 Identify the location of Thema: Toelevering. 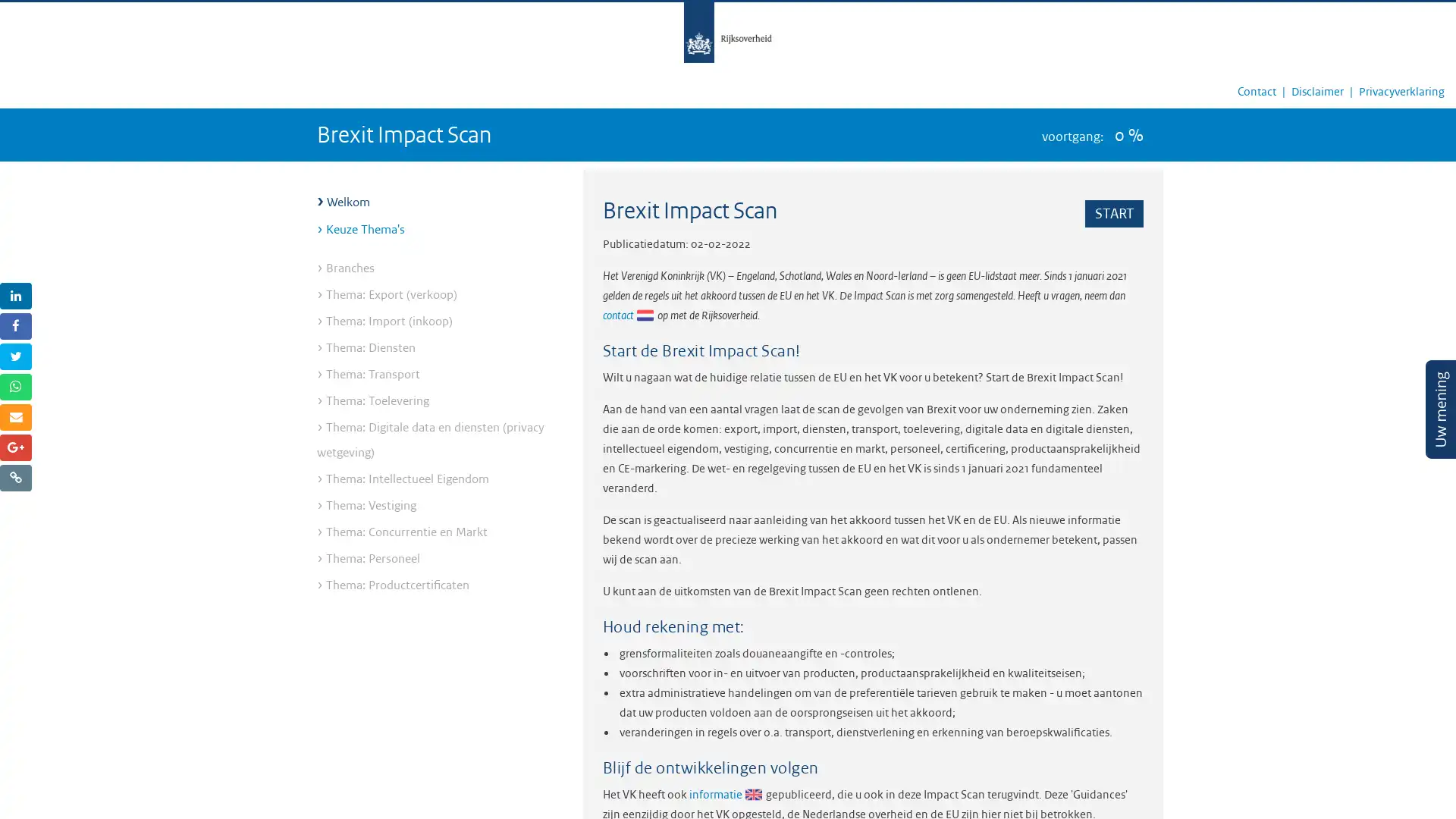
(436, 400).